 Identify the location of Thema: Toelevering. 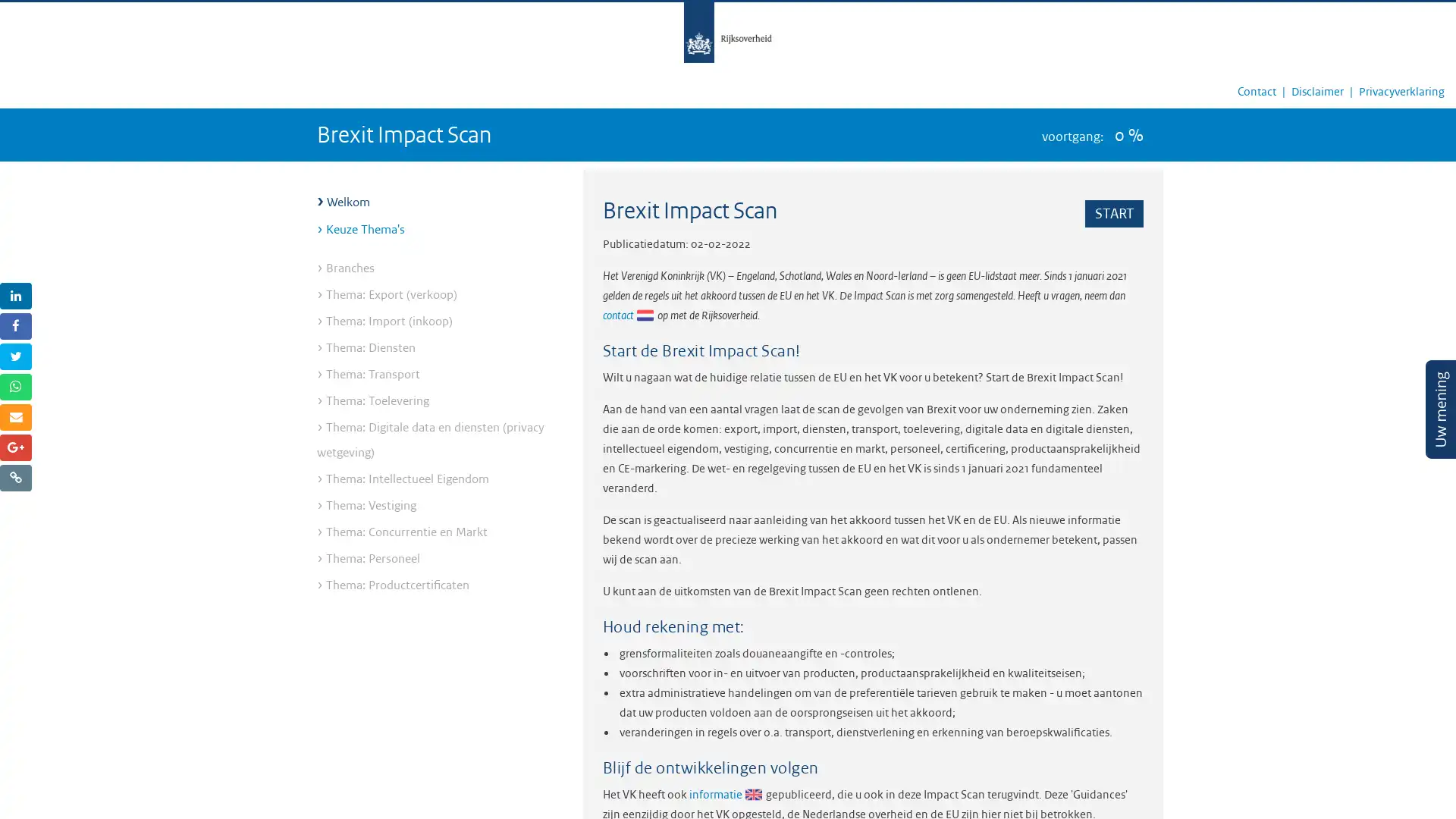
(436, 400).